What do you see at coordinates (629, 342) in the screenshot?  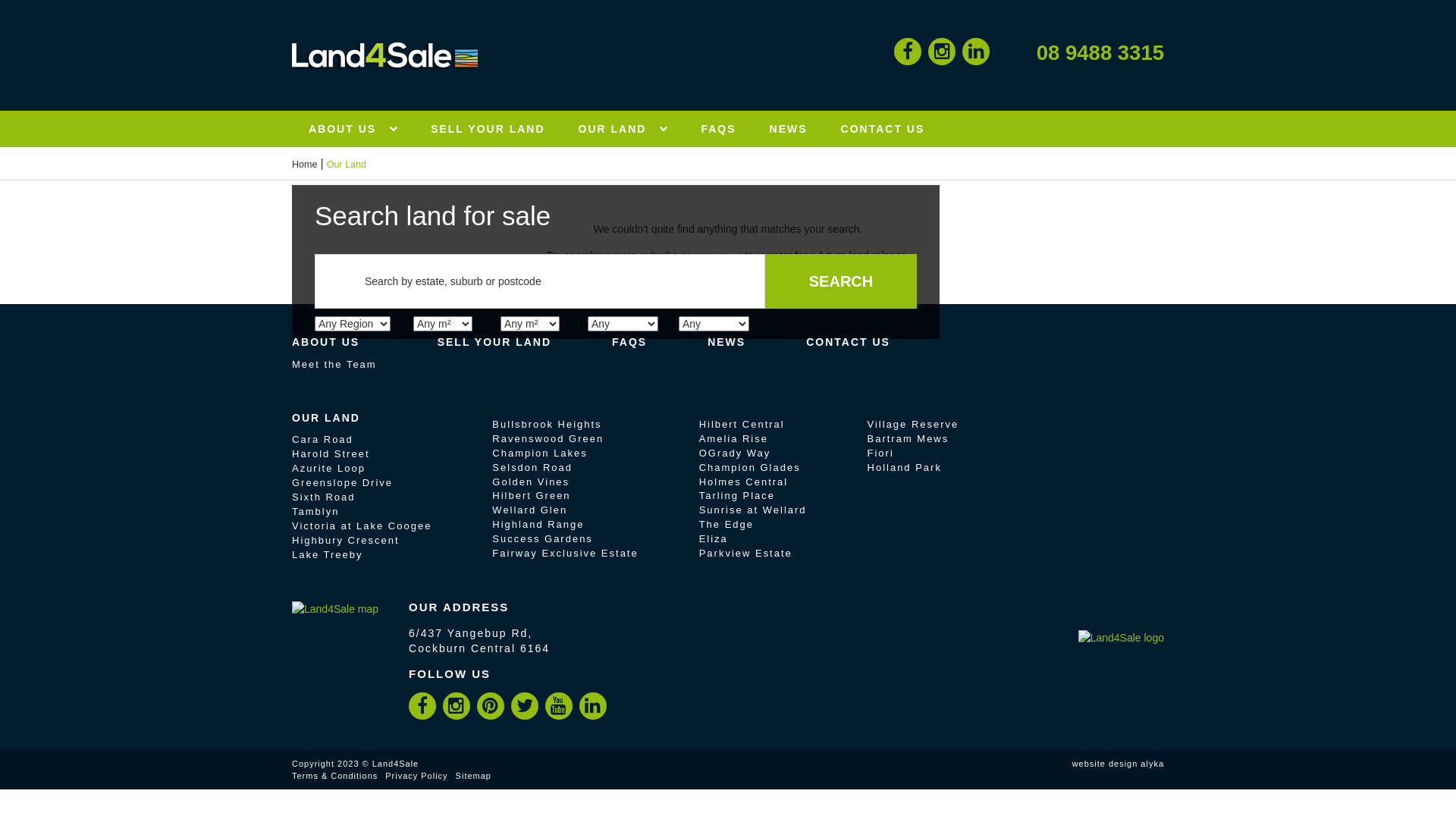 I see `'FAQS'` at bounding box center [629, 342].